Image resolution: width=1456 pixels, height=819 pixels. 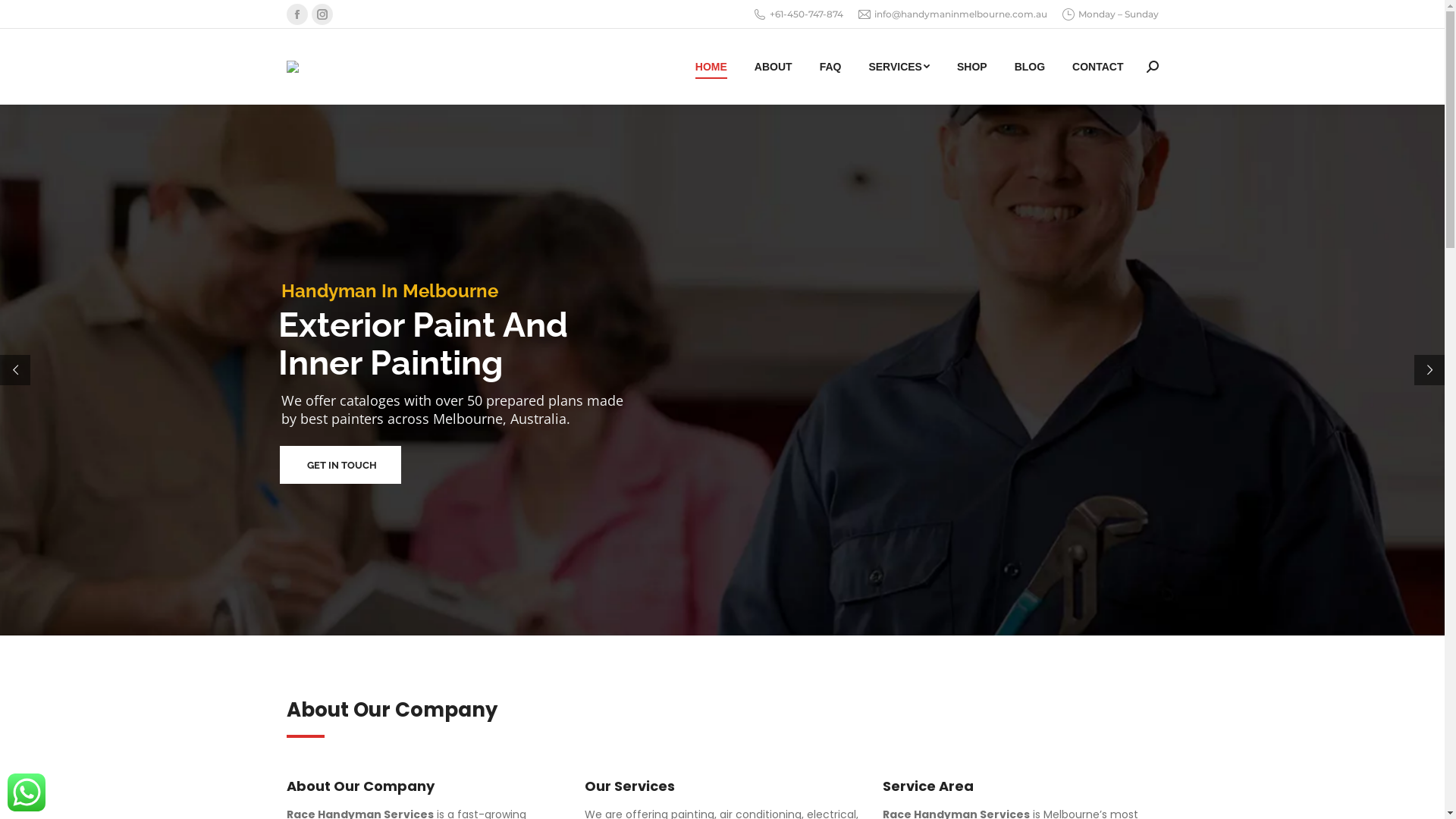 I want to click on 'info@handymaninmelbourne.com.au', so click(x=952, y=14).